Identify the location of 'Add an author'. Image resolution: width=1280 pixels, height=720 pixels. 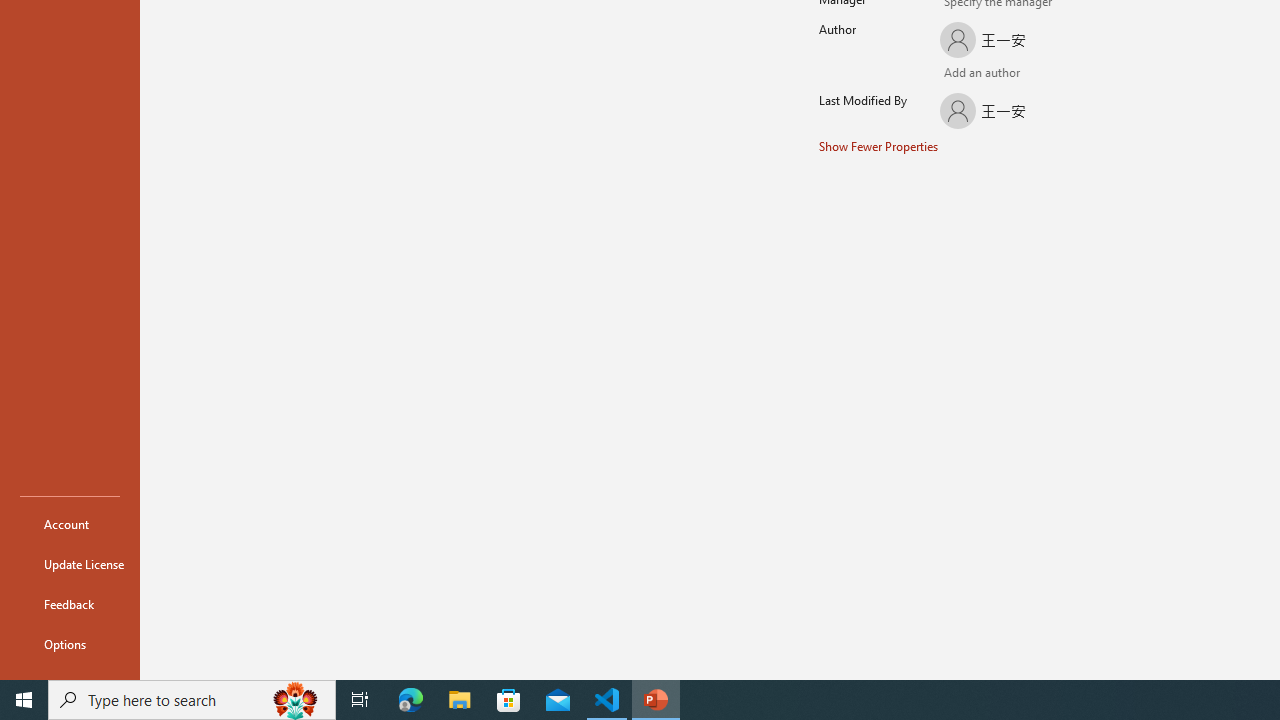
(954, 73).